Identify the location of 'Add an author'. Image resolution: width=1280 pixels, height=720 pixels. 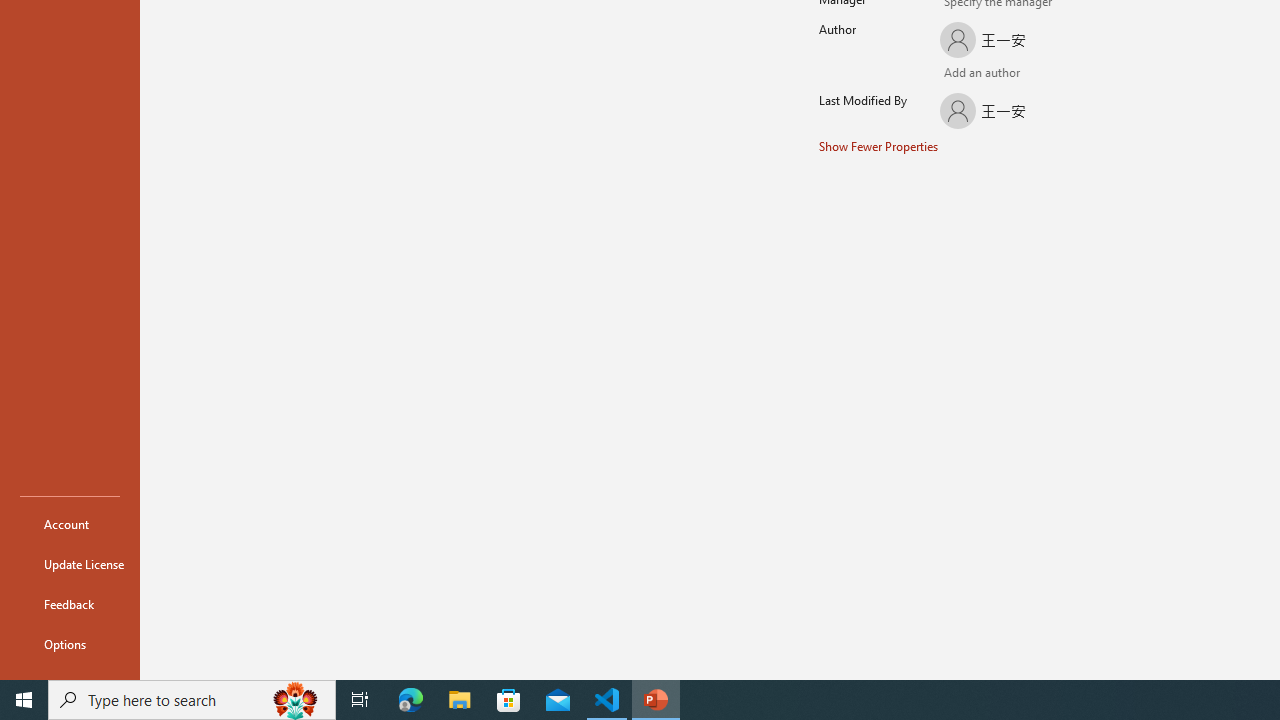
(954, 73).